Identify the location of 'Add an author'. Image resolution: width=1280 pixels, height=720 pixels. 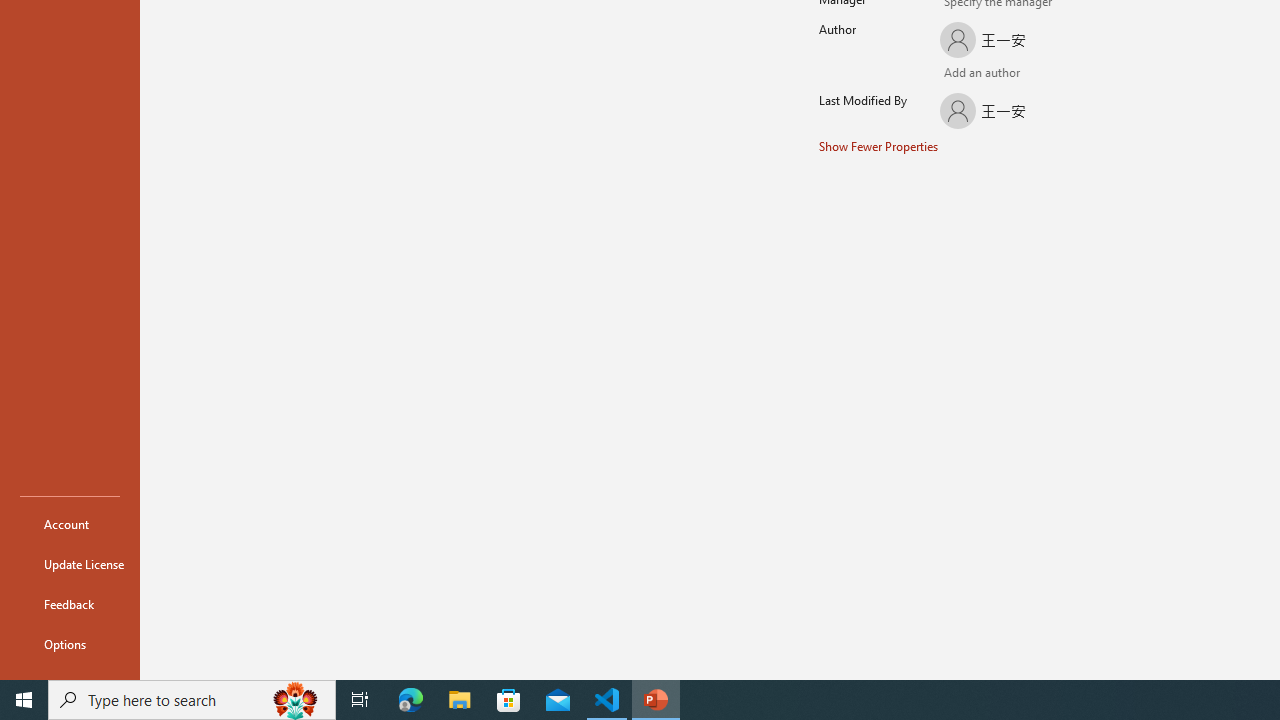
(954, 73).